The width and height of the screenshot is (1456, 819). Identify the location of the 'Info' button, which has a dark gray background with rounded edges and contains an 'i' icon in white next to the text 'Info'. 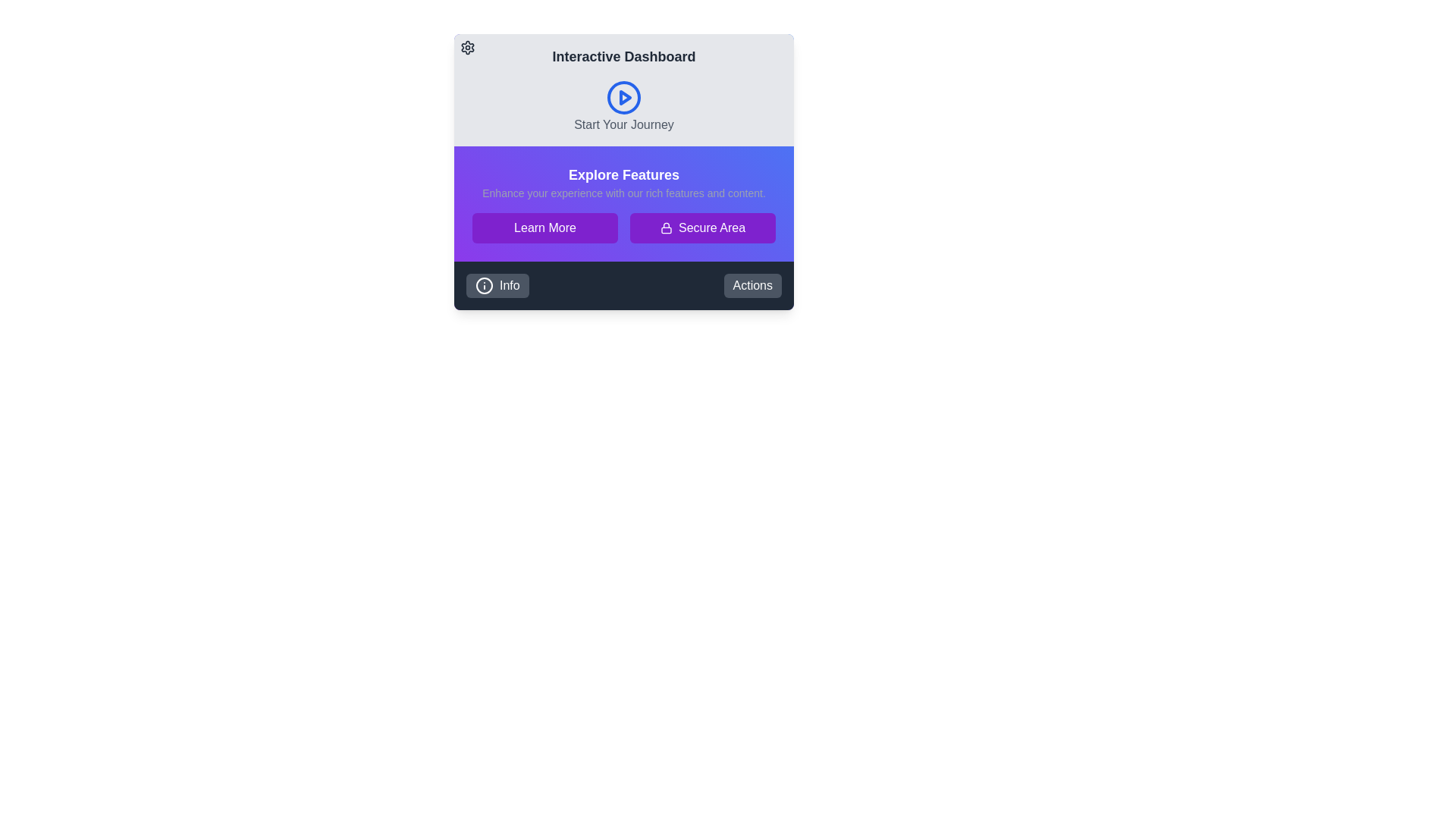
(497, 286).